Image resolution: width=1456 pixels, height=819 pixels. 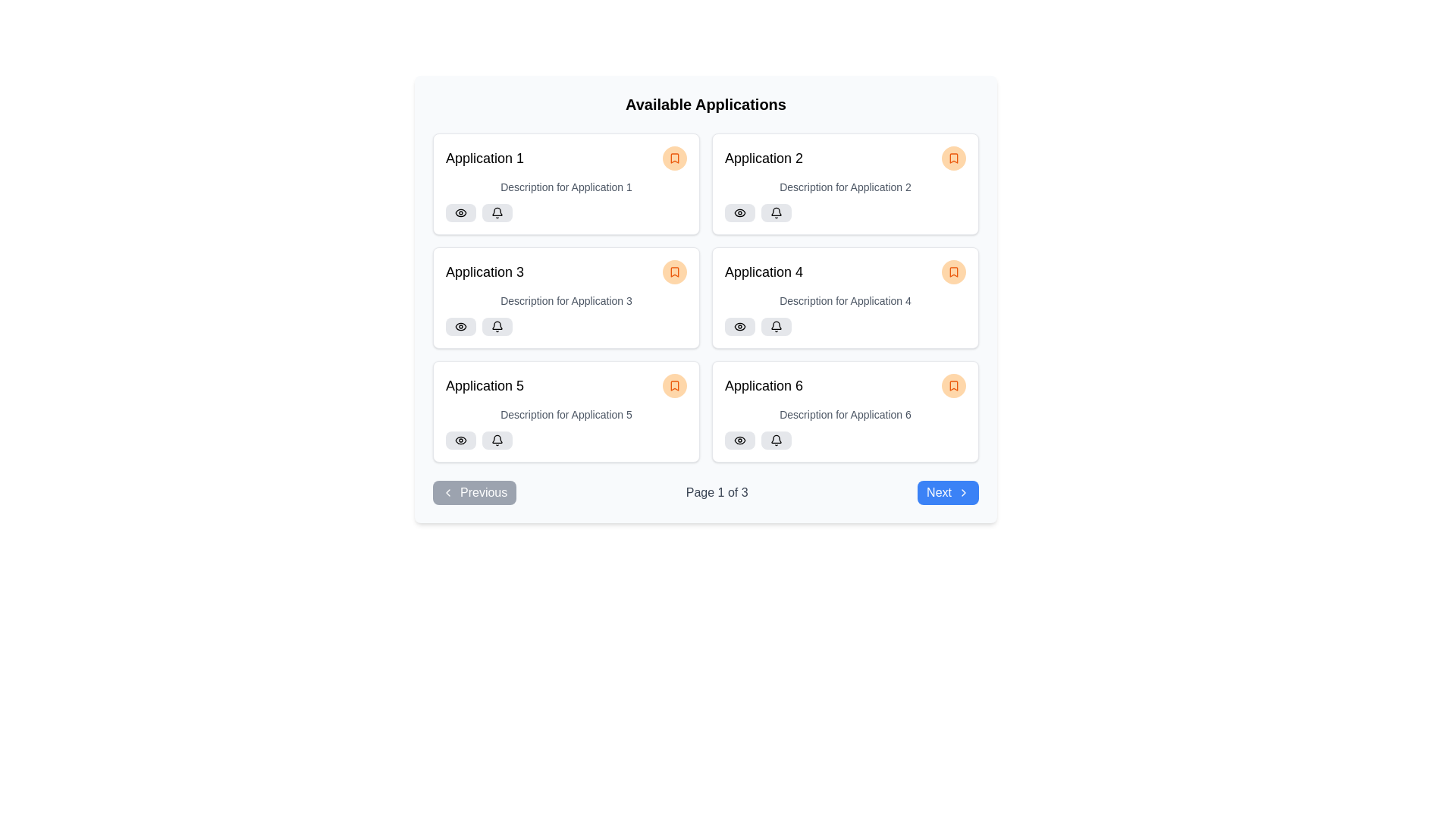 I want to click on the notification icon located at the bottom center of the 'Application 3' card, so click(x=497, y=213).